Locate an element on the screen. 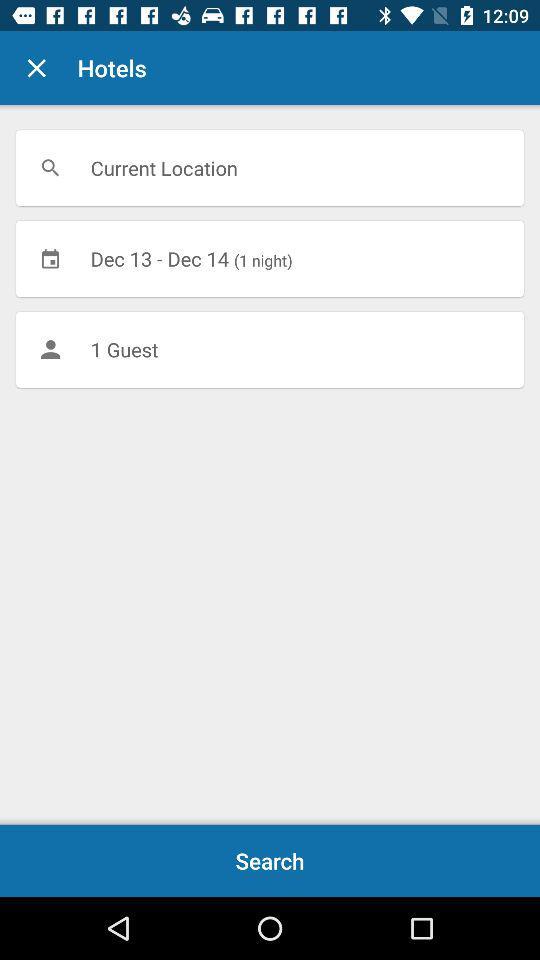 This screenshot has width=540, height=960. 1 guest is located at coordinates (270, 349).